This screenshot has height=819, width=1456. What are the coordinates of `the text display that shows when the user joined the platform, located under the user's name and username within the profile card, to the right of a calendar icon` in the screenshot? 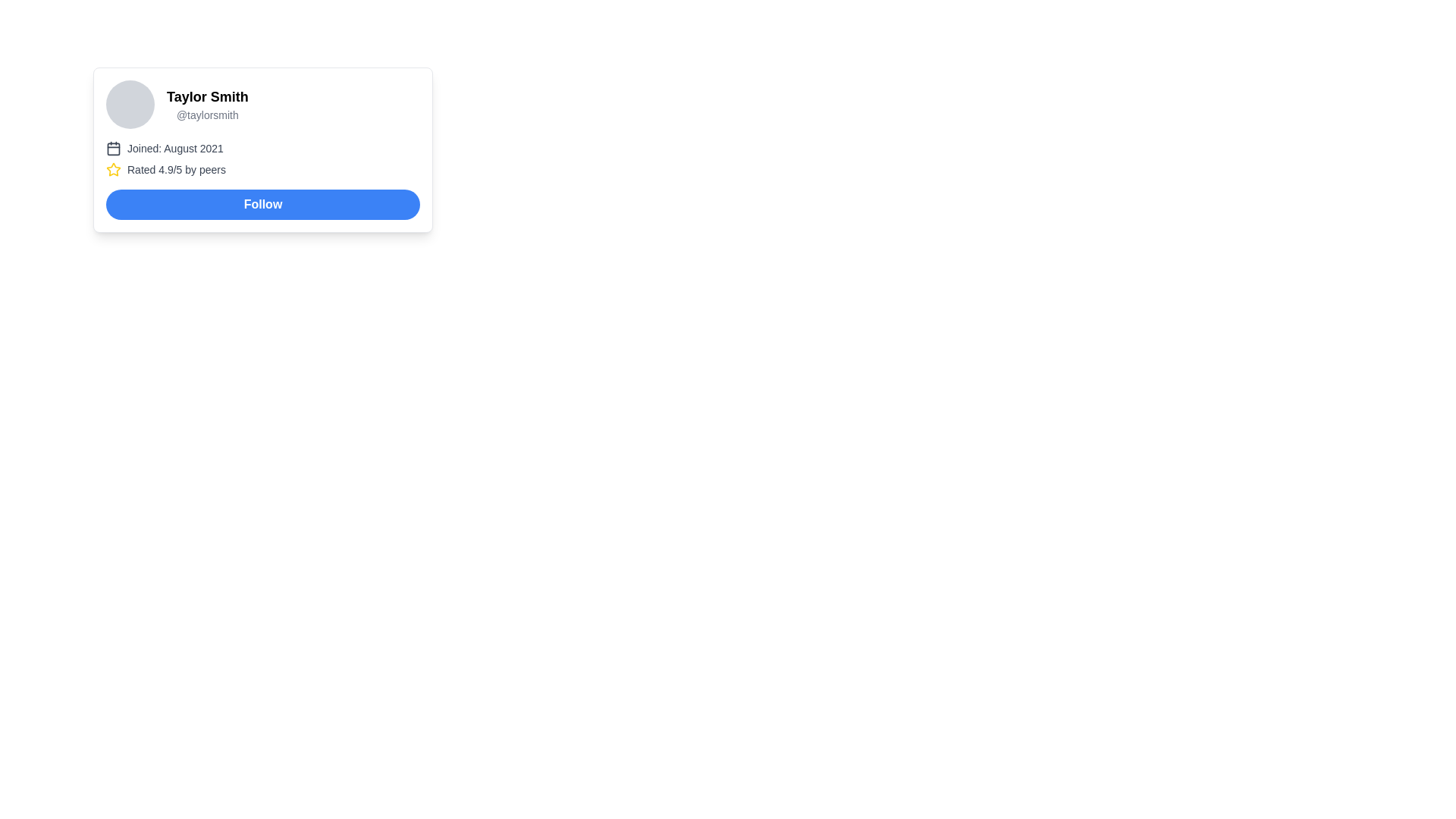 It's located at (175, 149).